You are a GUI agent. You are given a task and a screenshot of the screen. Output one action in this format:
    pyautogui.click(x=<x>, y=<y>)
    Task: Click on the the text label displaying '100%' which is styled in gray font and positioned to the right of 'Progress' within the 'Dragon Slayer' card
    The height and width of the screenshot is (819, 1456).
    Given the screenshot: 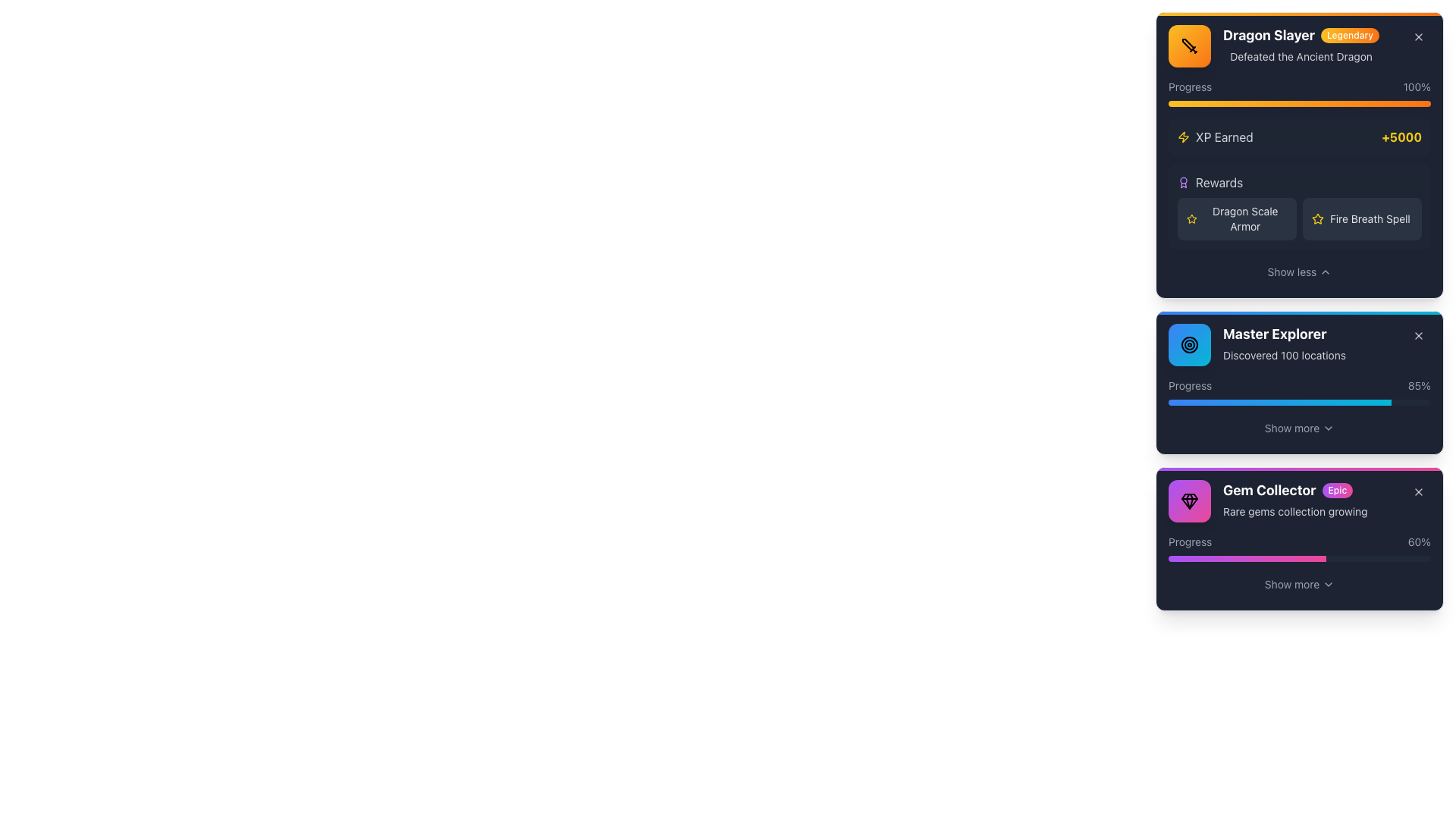 What is the action you would take?
    pyautogui.click(x=1416, y=87)
    